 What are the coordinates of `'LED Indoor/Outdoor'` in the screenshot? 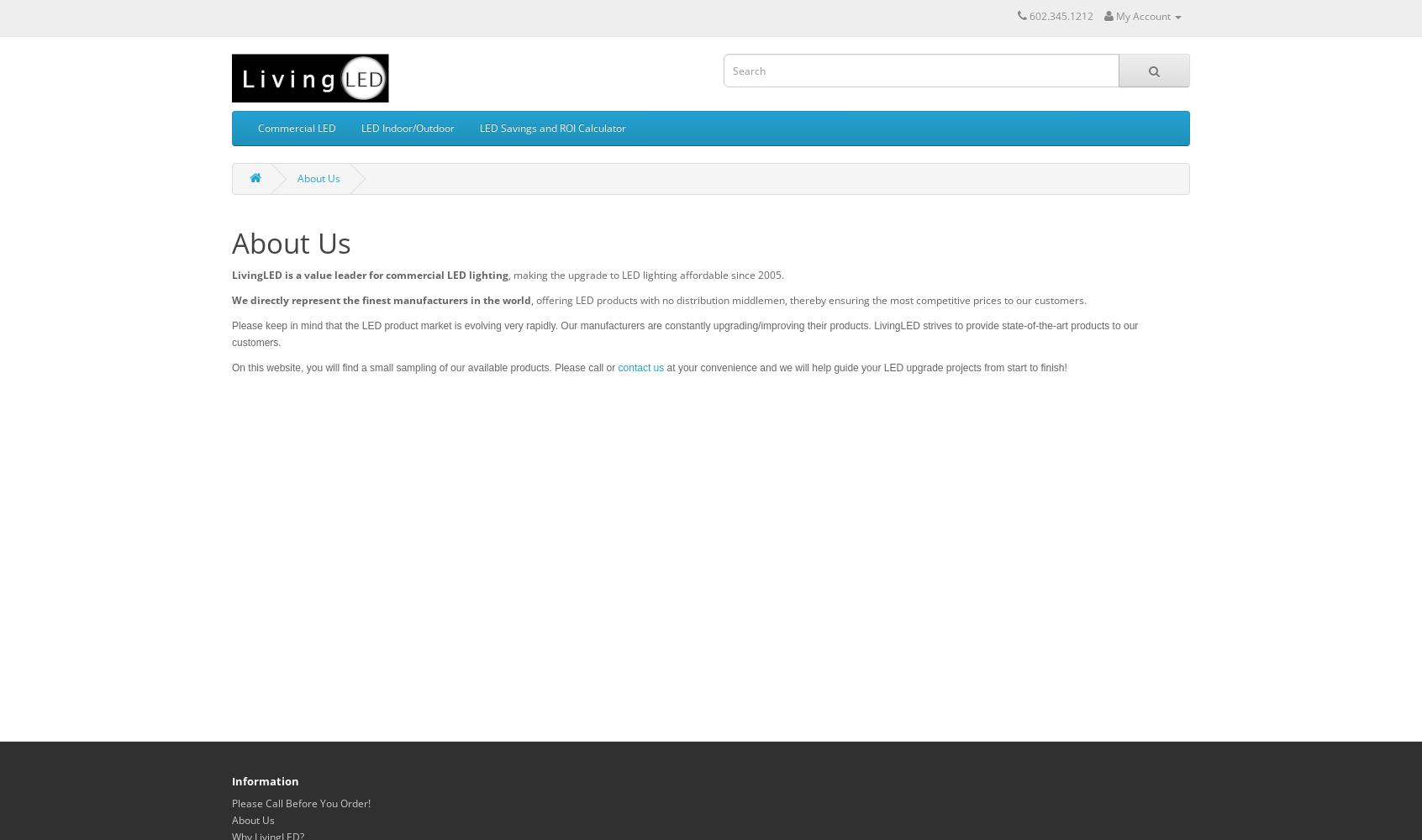 It's located at (360, 128).